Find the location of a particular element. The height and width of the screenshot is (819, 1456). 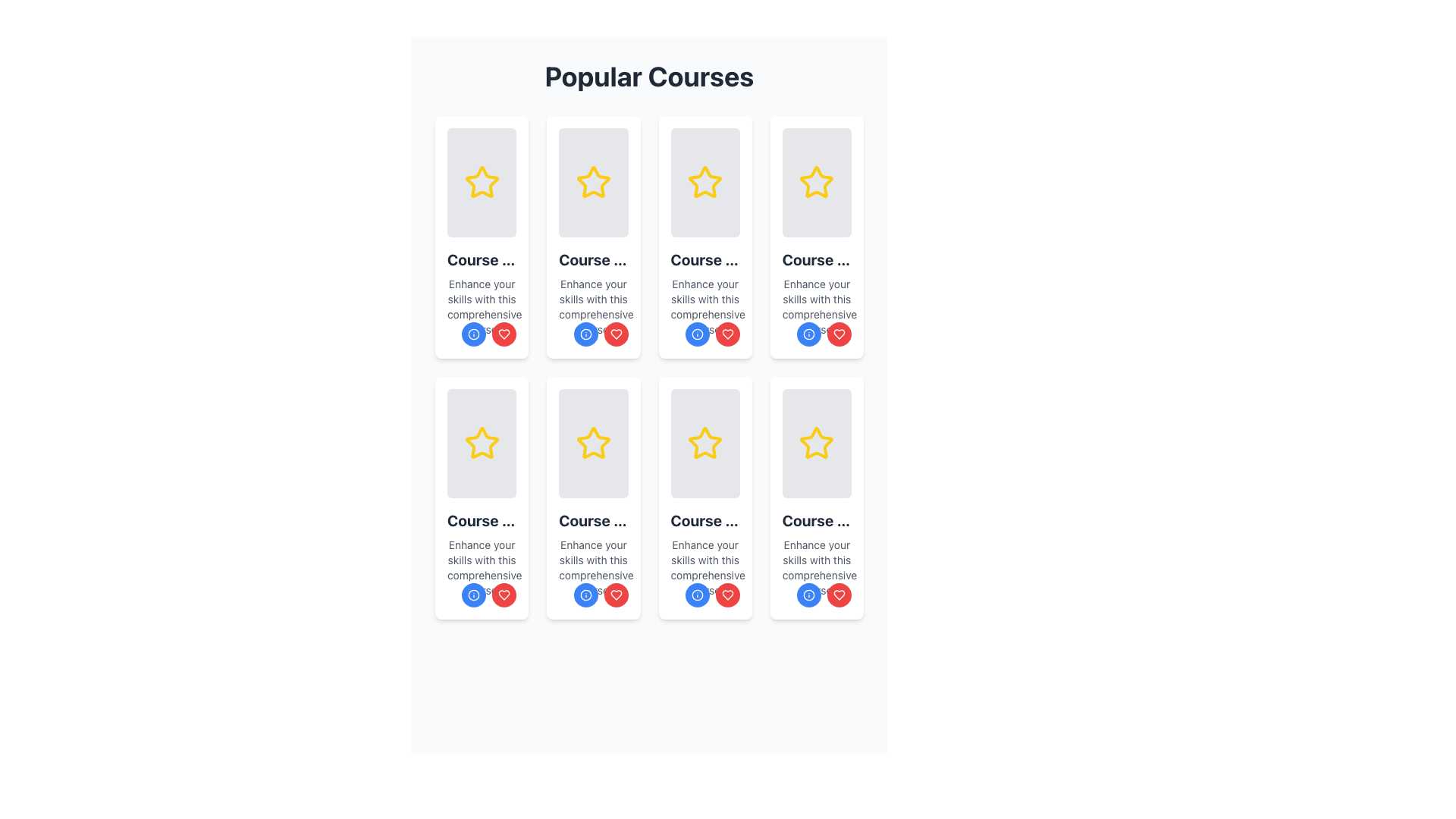

the Information Icon Button located inside a blue circular button at the bottom left corner of the card in the second row and first column of the grid is located at coordinates (473, 595).